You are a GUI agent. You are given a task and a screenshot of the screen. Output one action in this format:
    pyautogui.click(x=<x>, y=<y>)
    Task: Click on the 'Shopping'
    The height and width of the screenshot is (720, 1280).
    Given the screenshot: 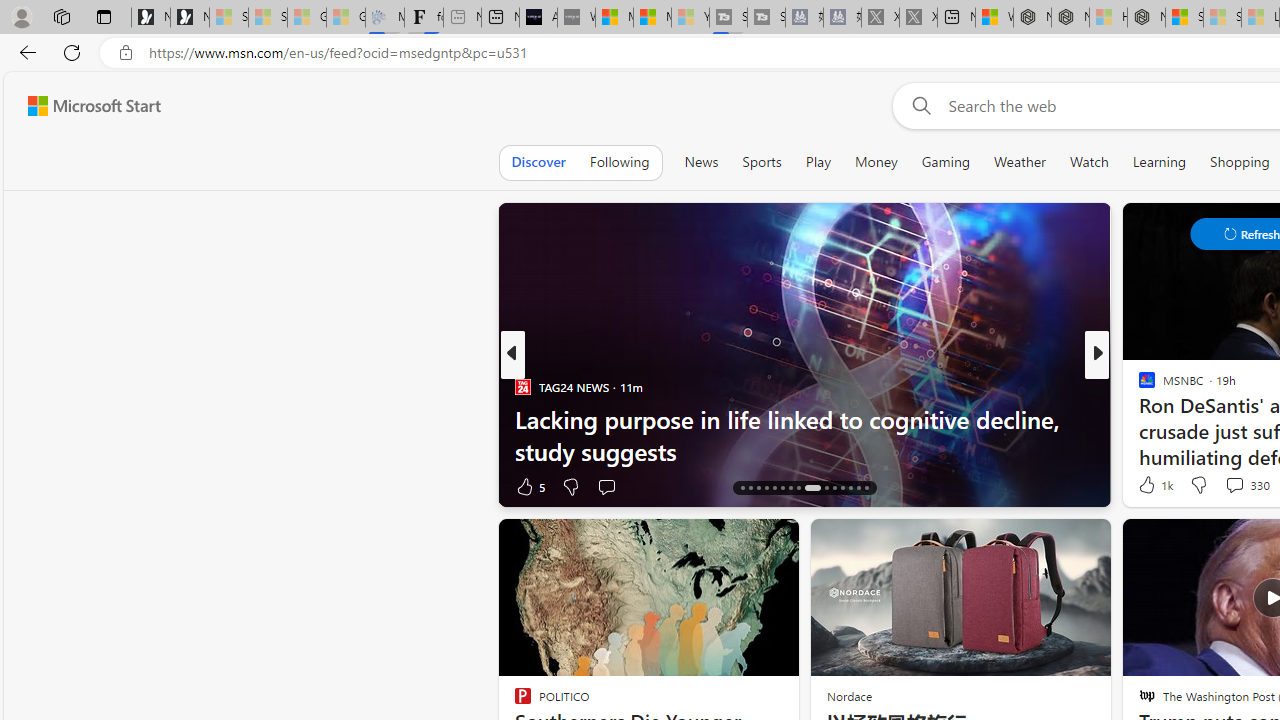 What is the action you would take?
    pyautogui.click(x=1239, y=161)
    